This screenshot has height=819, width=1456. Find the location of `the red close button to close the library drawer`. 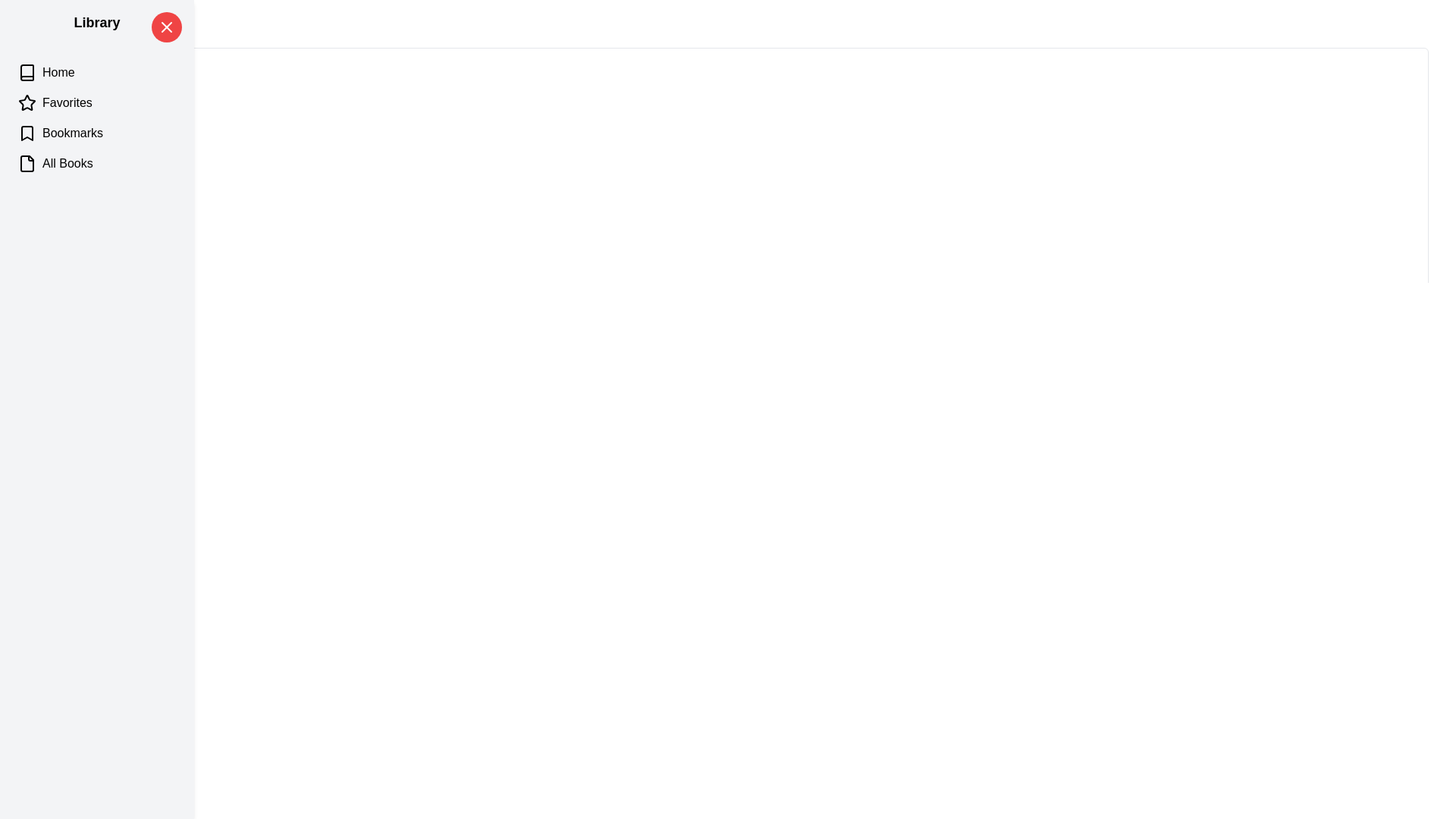

the red close button to close the library drawer is located at coordinates (167, 27).